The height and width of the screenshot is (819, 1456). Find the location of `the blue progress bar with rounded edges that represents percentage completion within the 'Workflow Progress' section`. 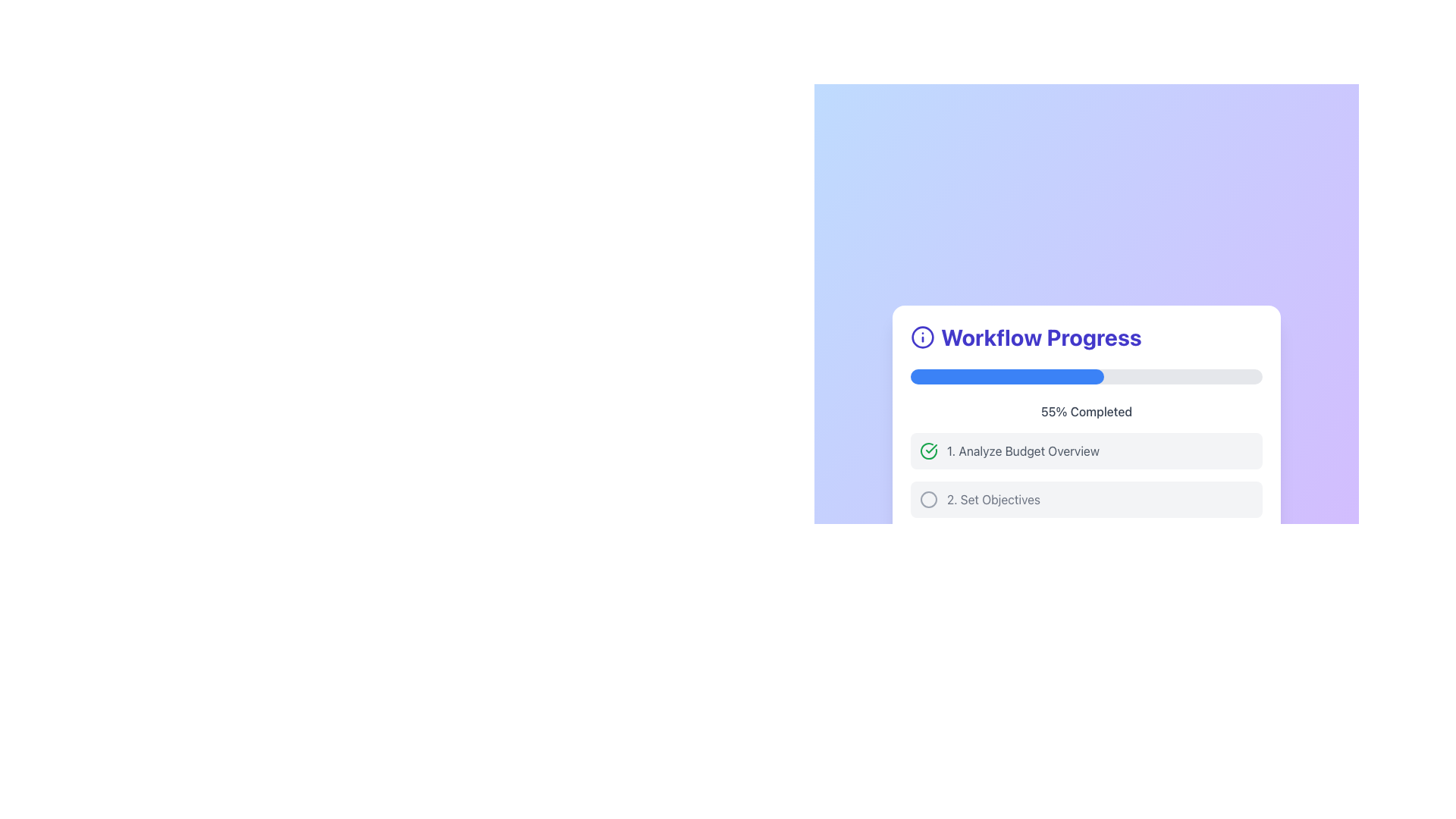

the blue progress bar with rounded edges that represents percentage completion within the 'Workflow Progress' section is located at coordinates (1007, 376).